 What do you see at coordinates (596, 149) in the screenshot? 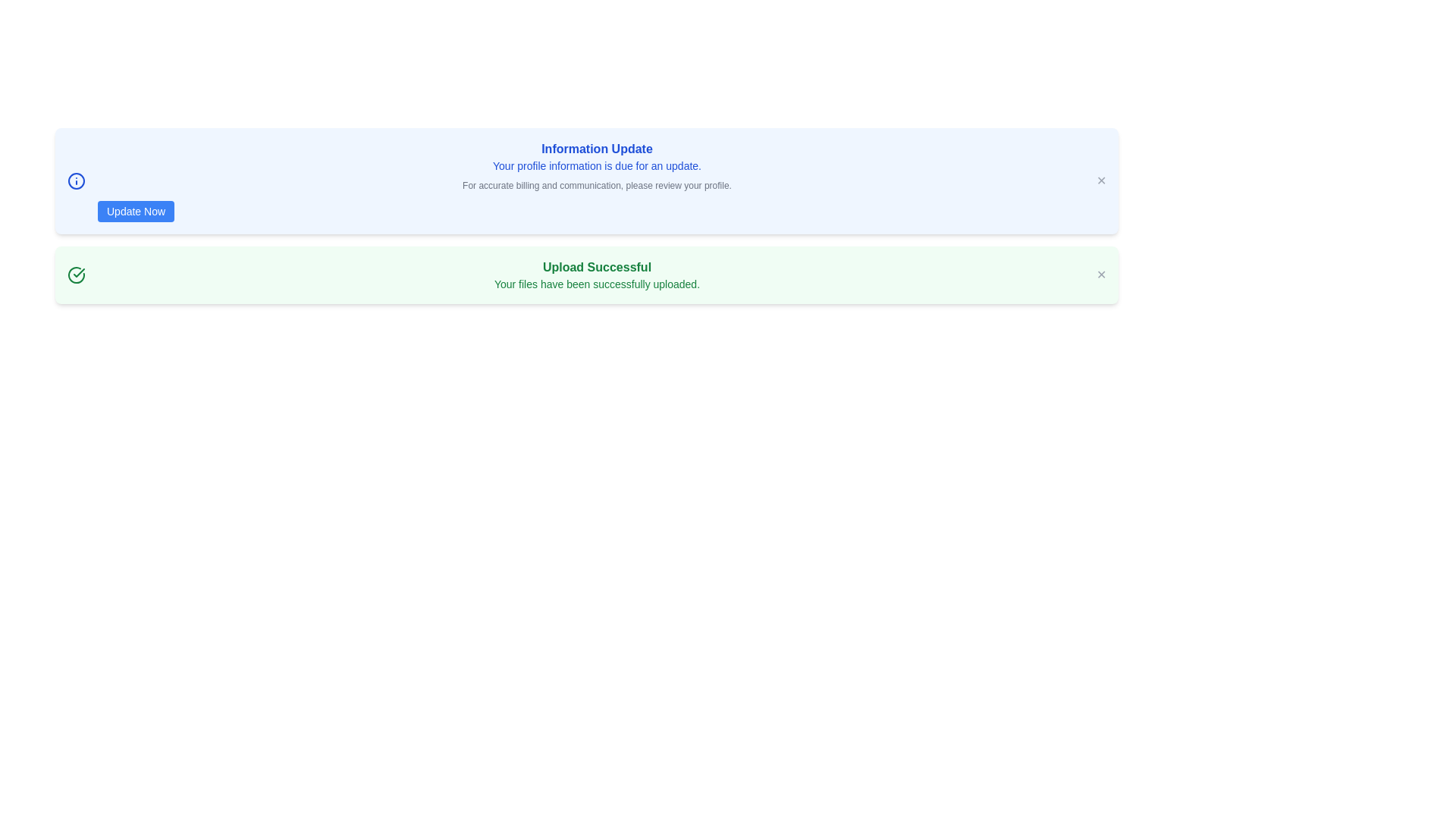
I see `the 'Information Update' text display, which is a bold and blue title positioned at the top of its section` at bounding box center [596, 149].